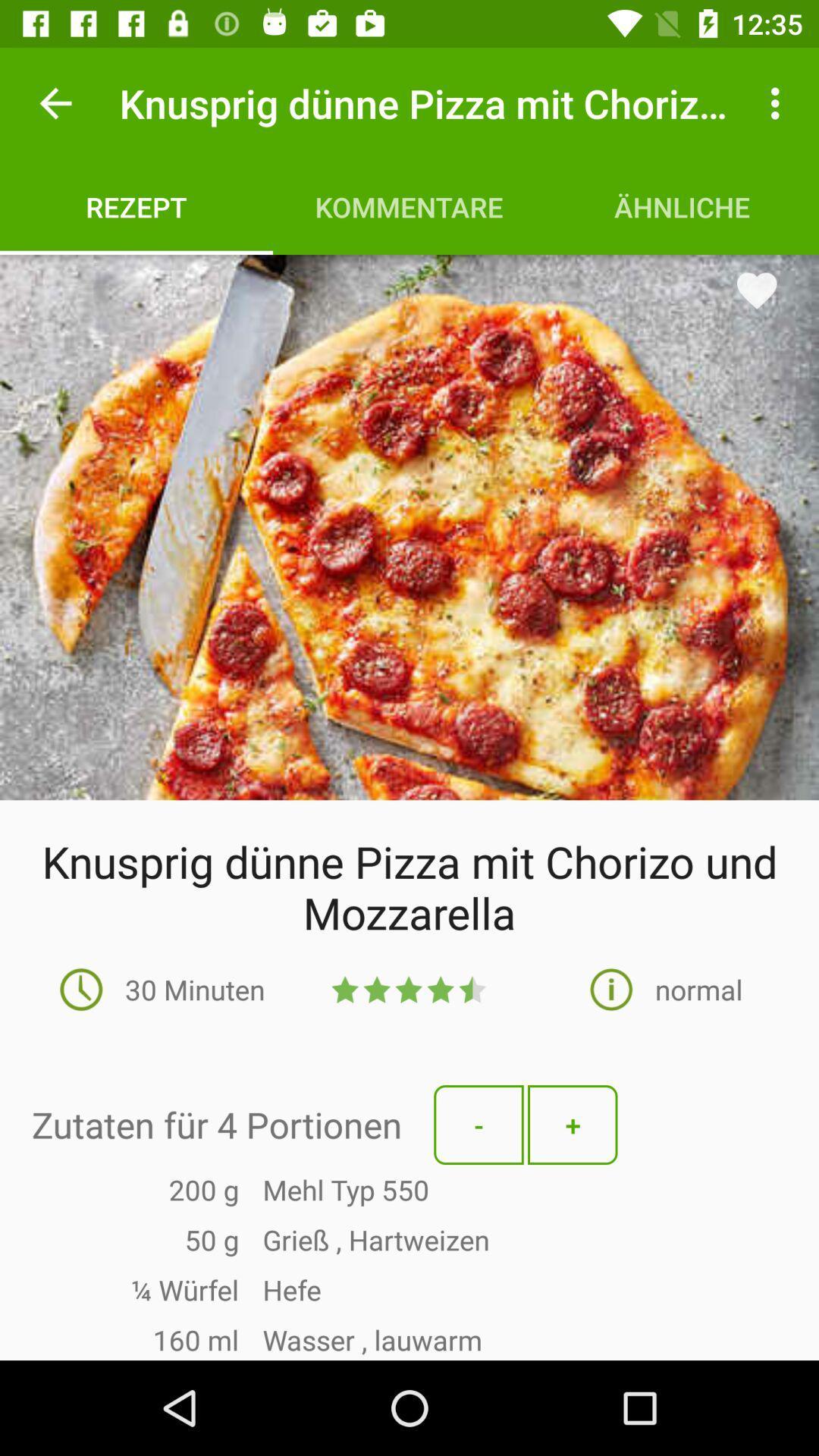 The height and width of the screenshot is (1456, 819). What do you see at coordinates (779, 103) in the screenshot?
I see `top right corner icon` at bounding box center [779, 103].